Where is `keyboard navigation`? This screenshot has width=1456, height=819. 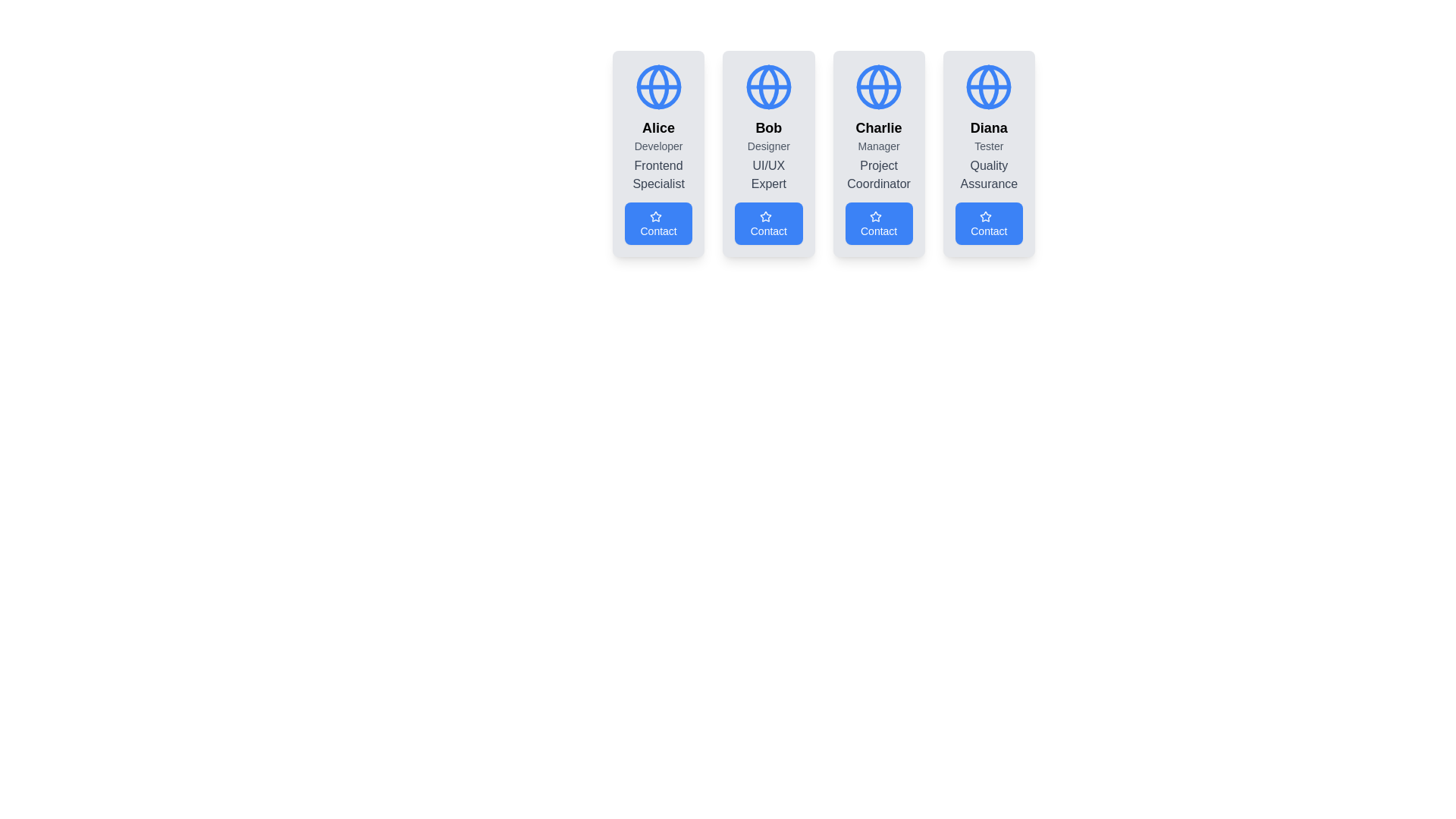
keyboard navigation is located at coordinates (658, 223).